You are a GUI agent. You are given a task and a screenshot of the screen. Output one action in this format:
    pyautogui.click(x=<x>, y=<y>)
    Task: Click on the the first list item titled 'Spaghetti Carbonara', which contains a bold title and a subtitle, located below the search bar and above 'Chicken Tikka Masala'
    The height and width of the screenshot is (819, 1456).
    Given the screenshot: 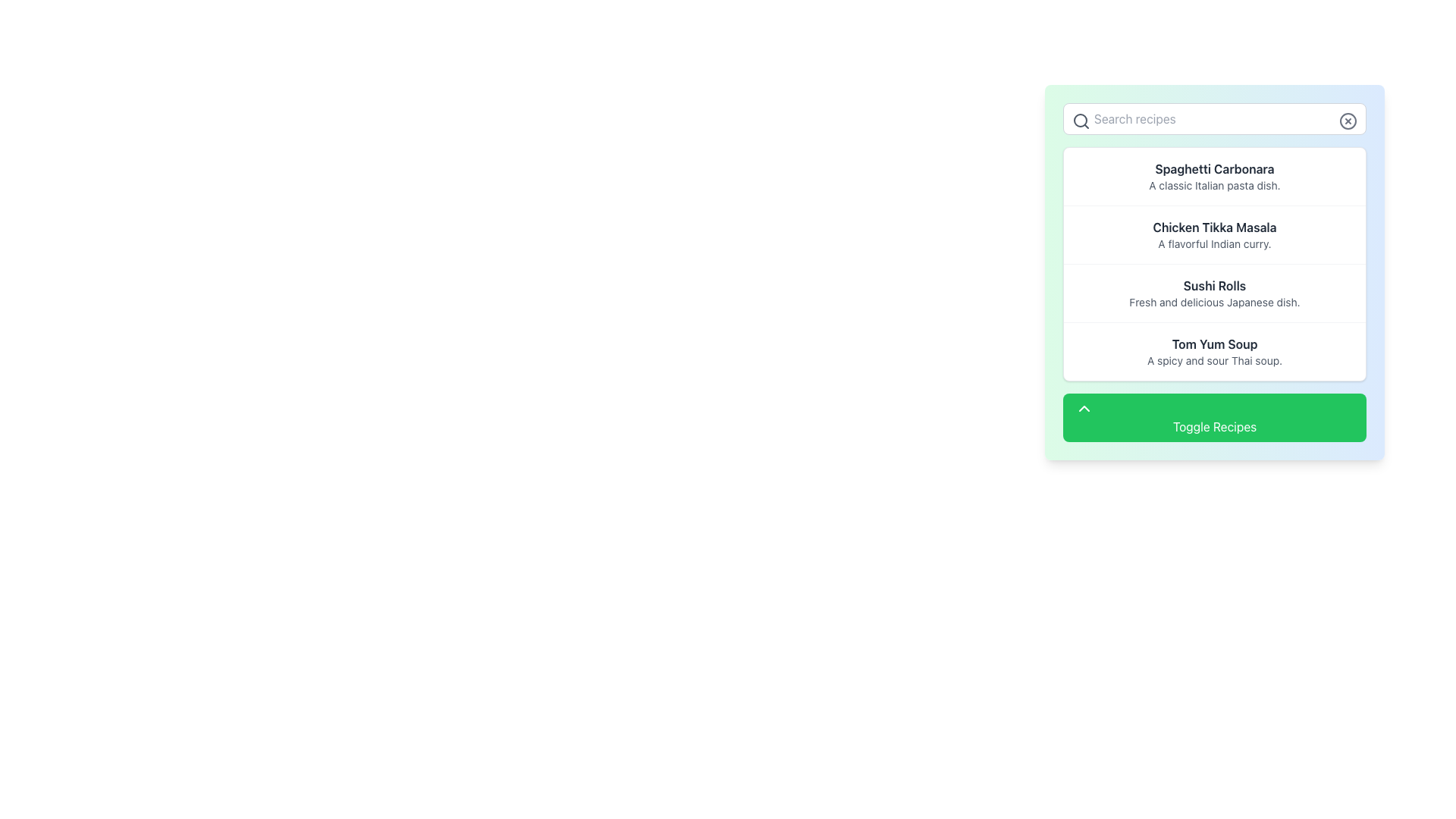 What is the action you would take?
    pyautogui.click(x=1215, y=175)
    